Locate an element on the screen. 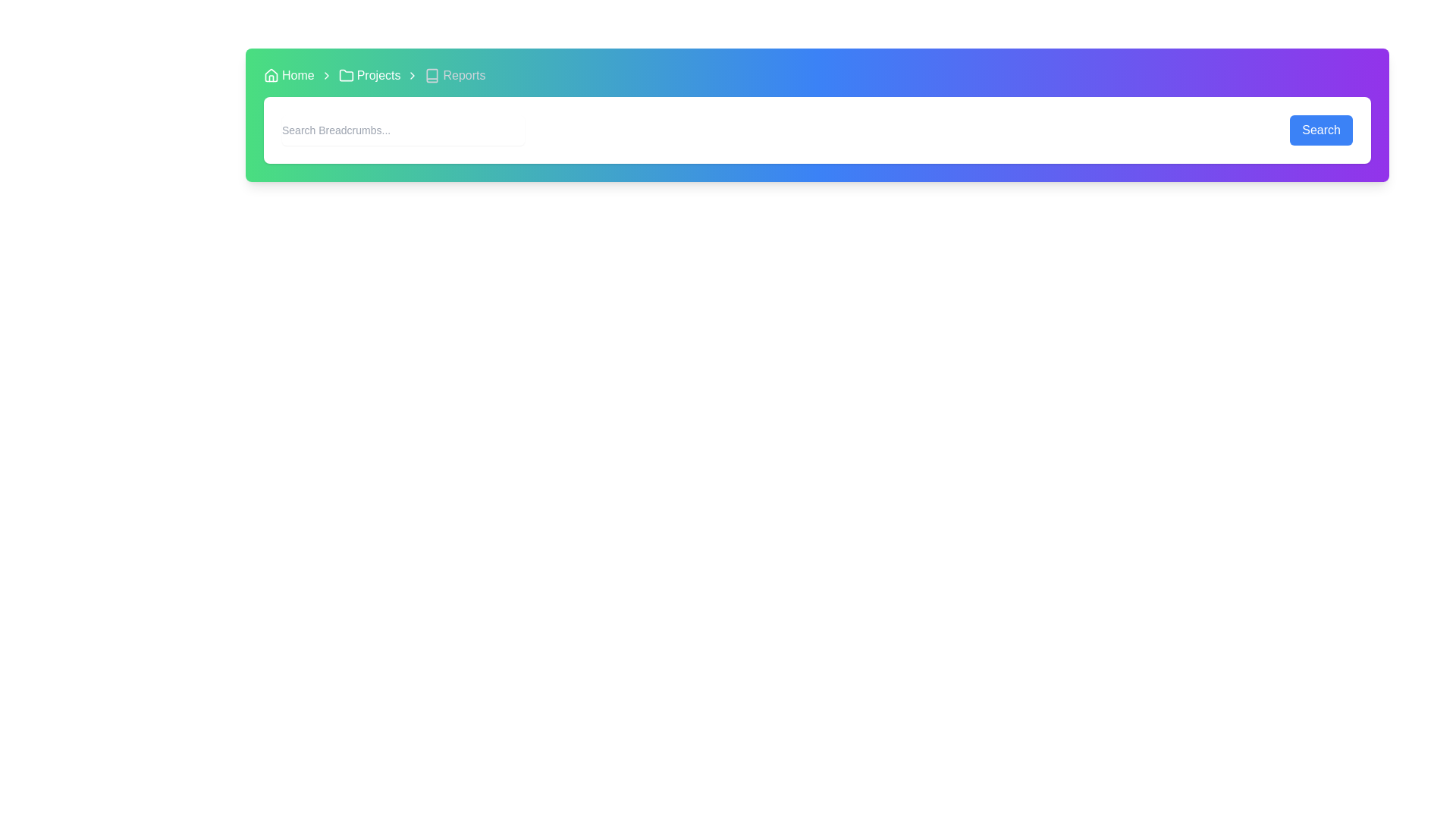 Image resolution: width=1456 pixels, height=819 pixels. the folder icon in the breadcrumb navigation bar that visually represents the 'Projects' link, positioned to the left of the text 'Projects' is located at coordinates (345, 76).